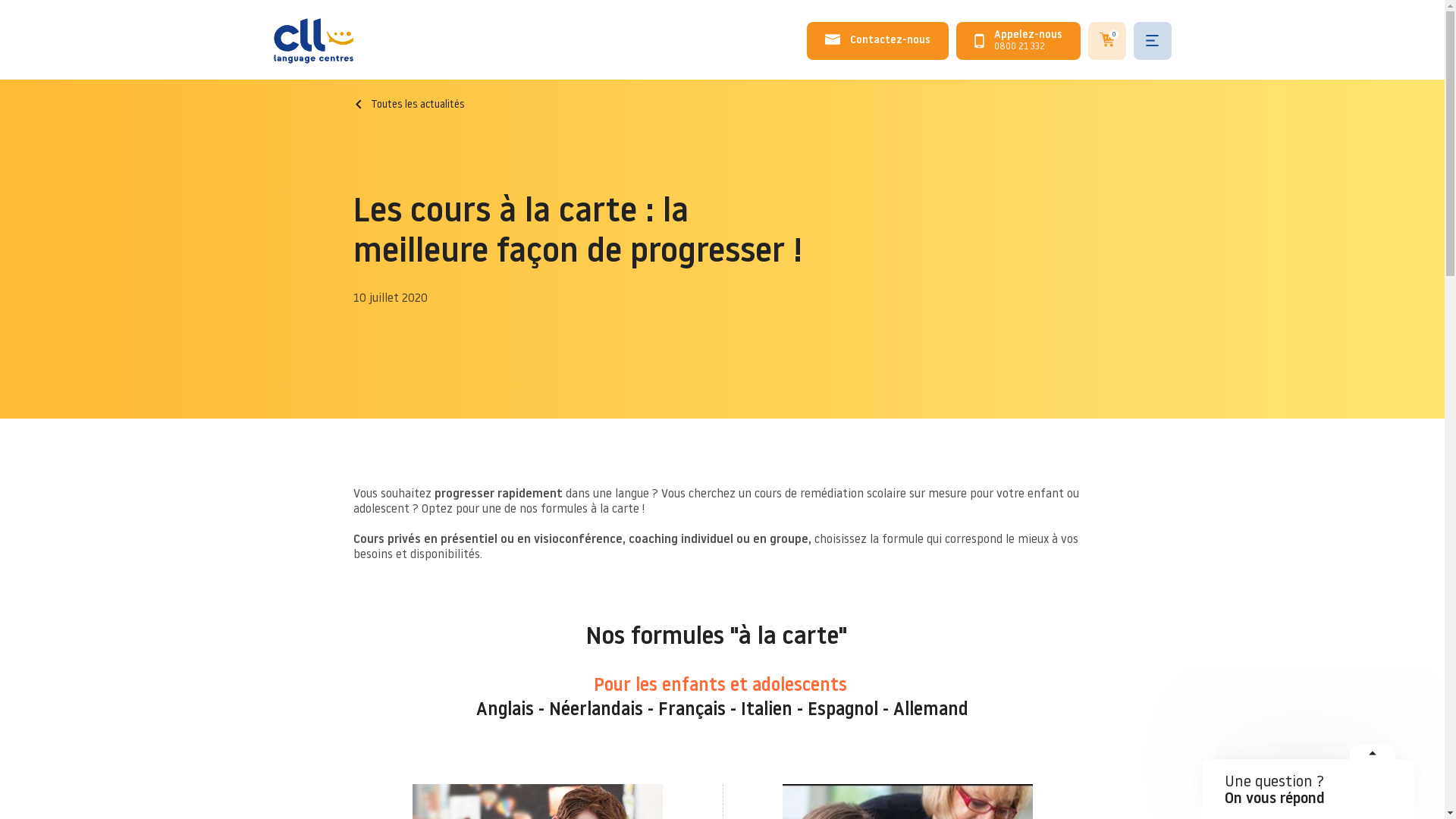  What do you see at coordinates (1087, 40) in the screenshot?
I see `'0'` at bounding box center [1087, 40].